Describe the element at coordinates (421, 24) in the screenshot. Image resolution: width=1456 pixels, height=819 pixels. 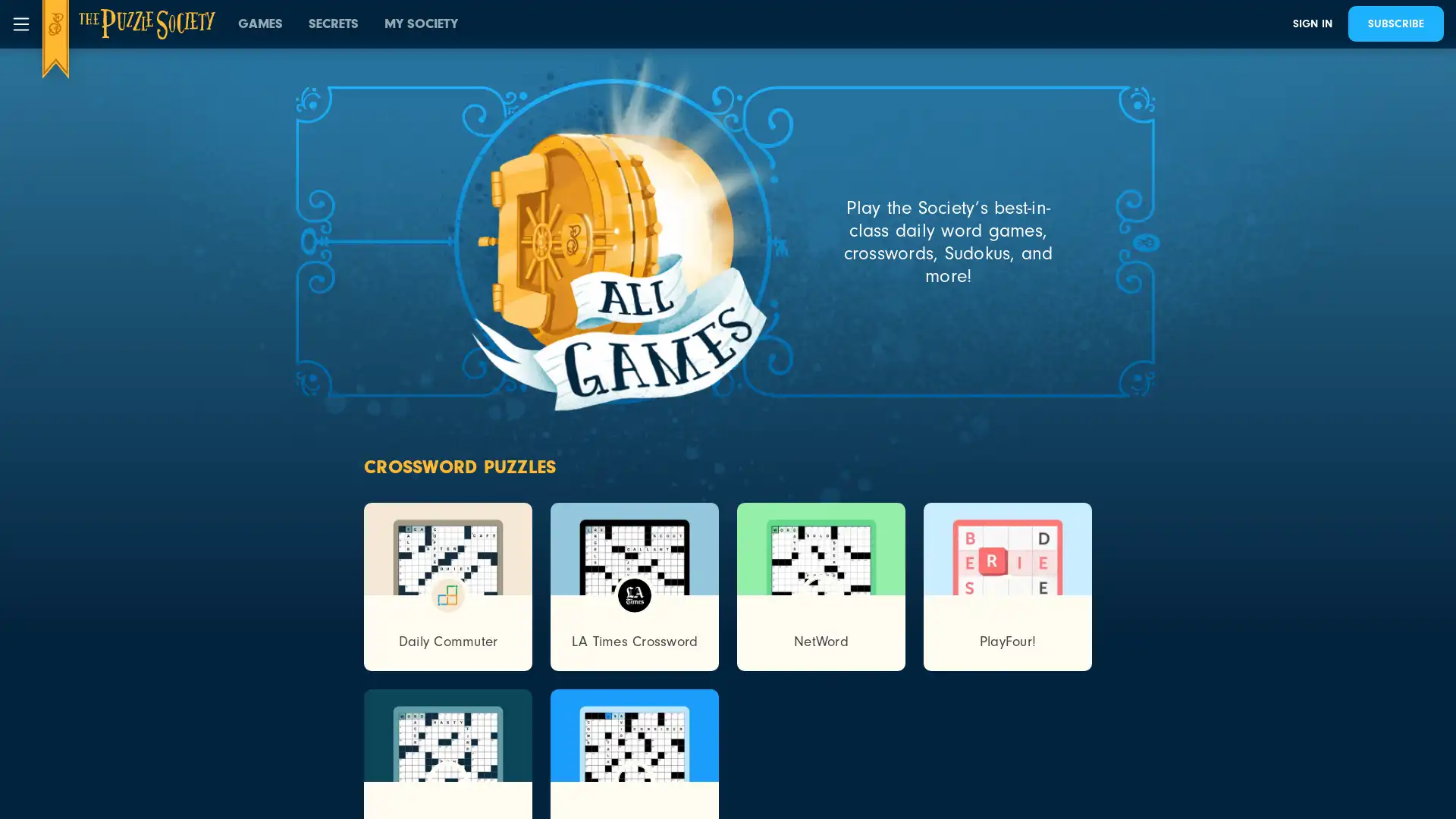
I see `MY SOCIETY` at that location.